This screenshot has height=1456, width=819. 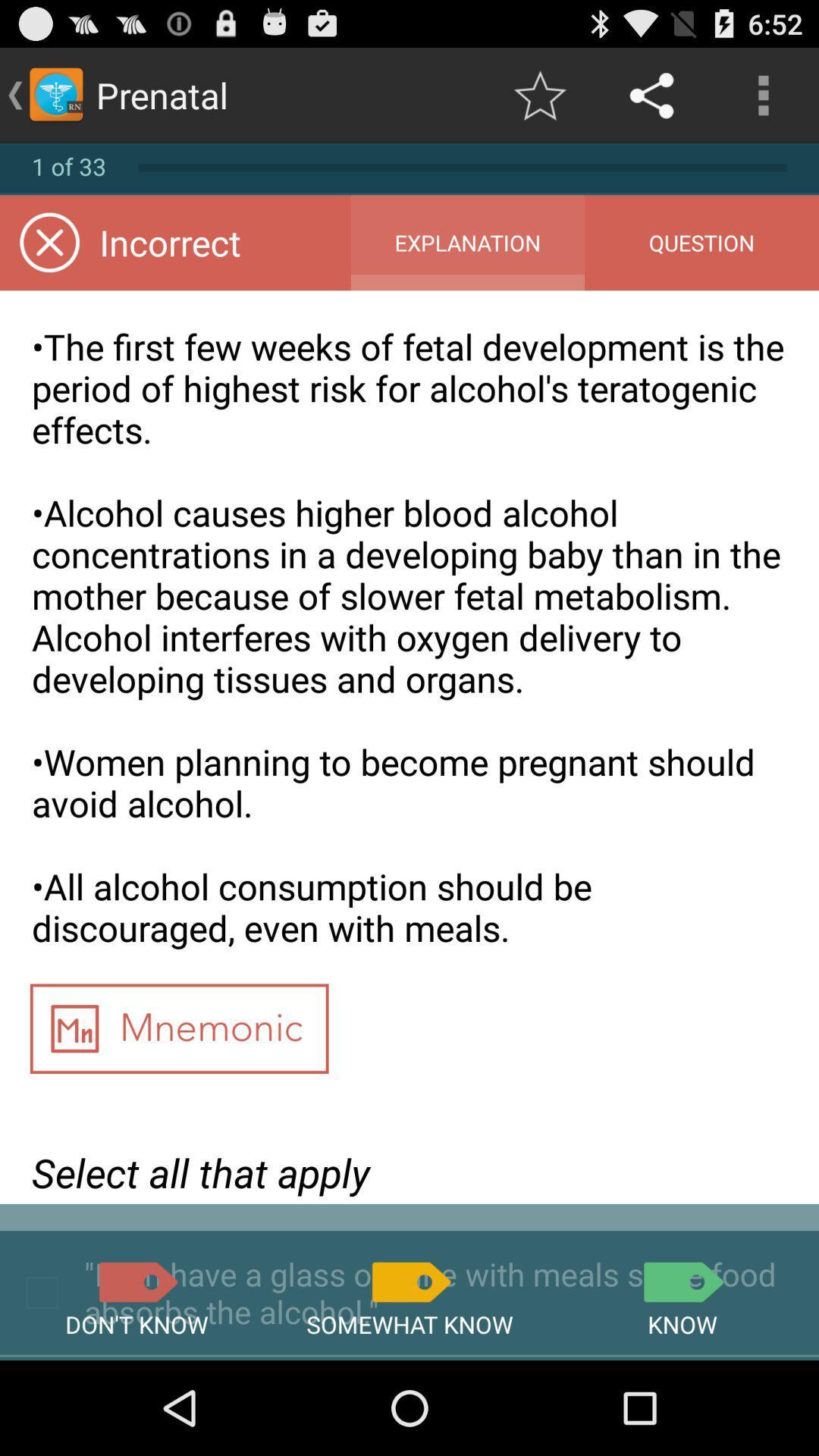 What do you see at coordinates (136, 1281) in the screenshot?
I see `do n't know` at bounding box center [136, 1281].